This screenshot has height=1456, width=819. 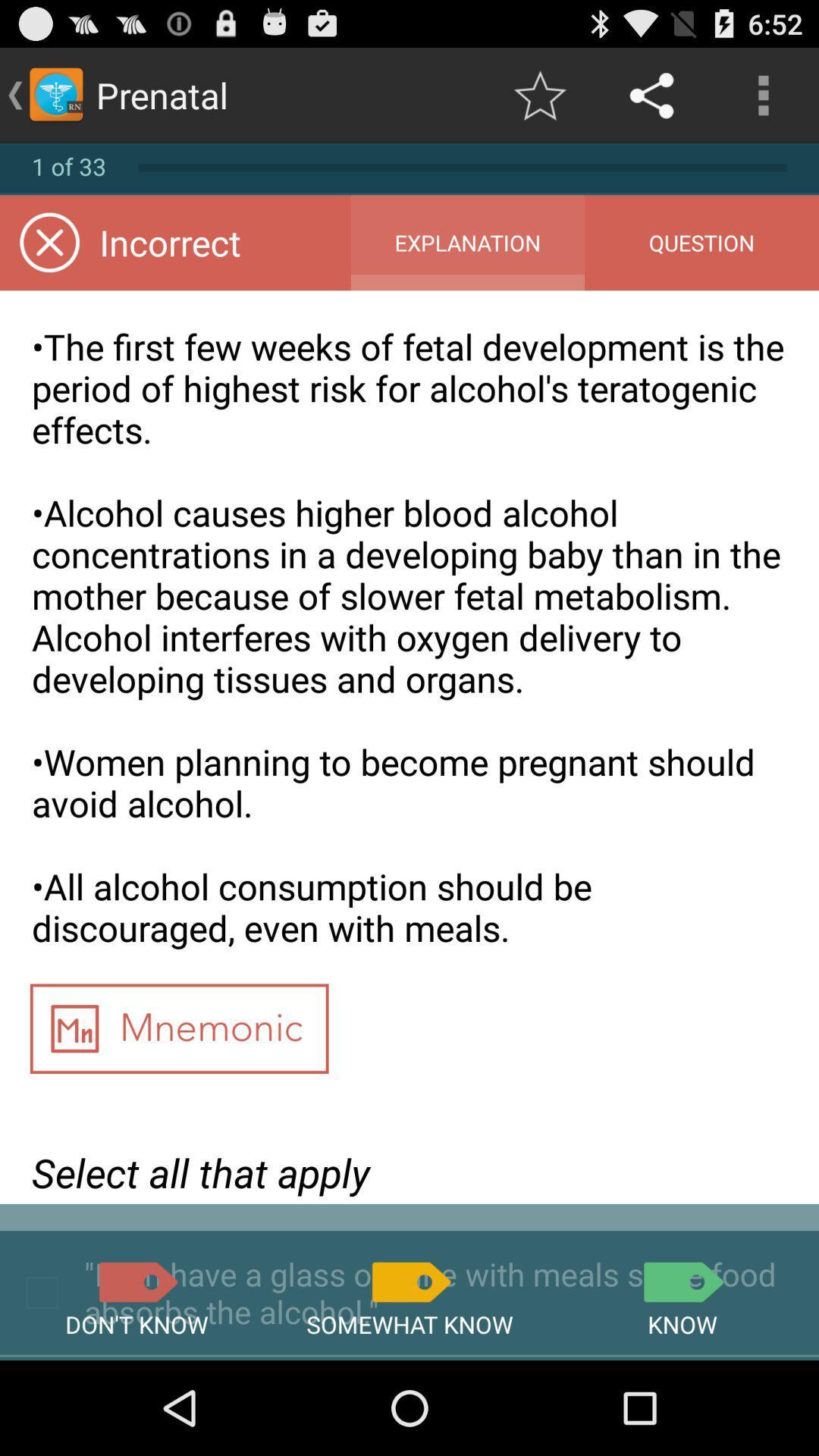 What do you see at coordinates (136, 1281) in the screenshot?
I see `do n't know` at bounding box center [136, 1281].